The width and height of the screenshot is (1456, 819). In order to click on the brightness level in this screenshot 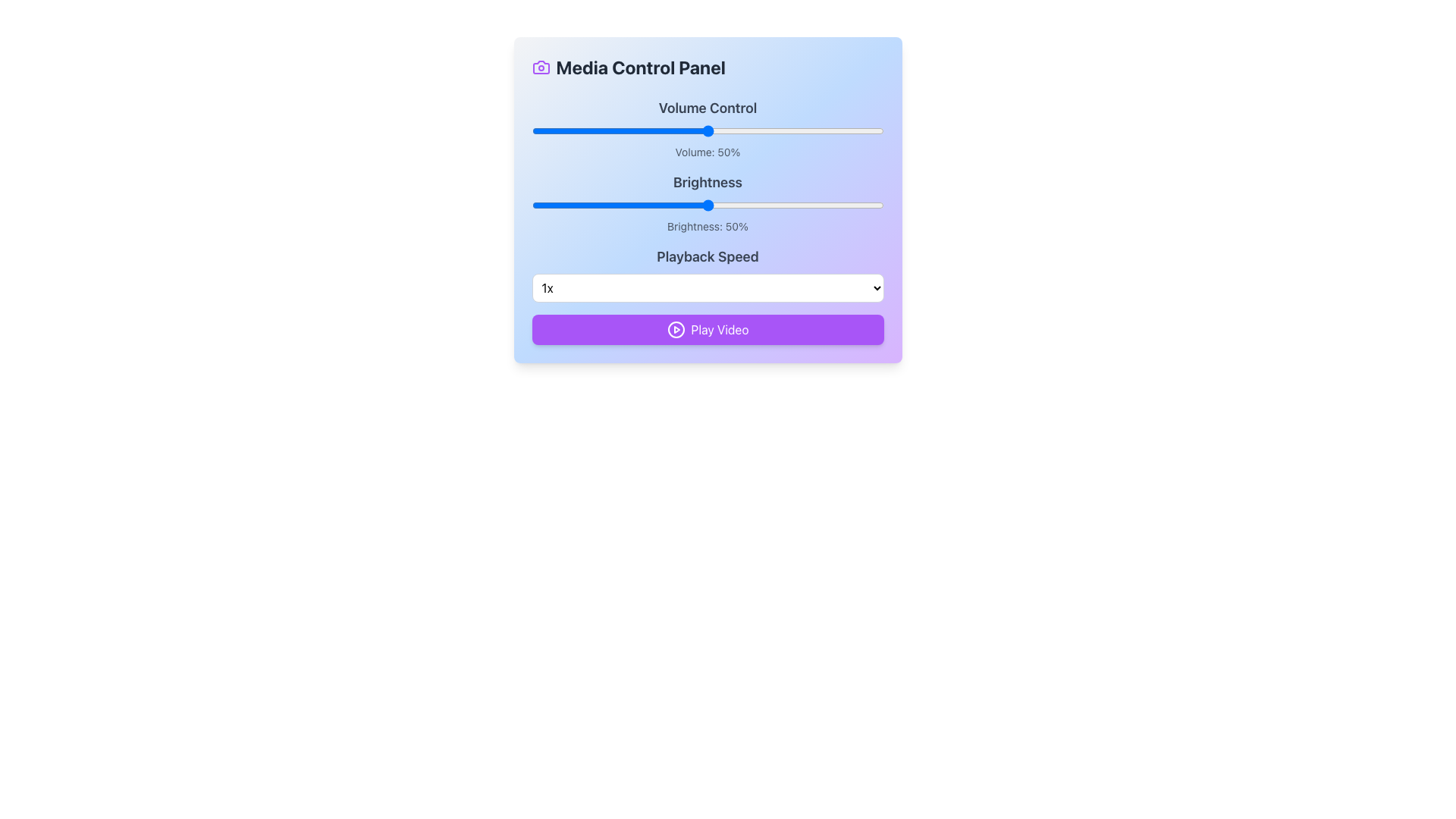, I will do `click(591, 205)`.